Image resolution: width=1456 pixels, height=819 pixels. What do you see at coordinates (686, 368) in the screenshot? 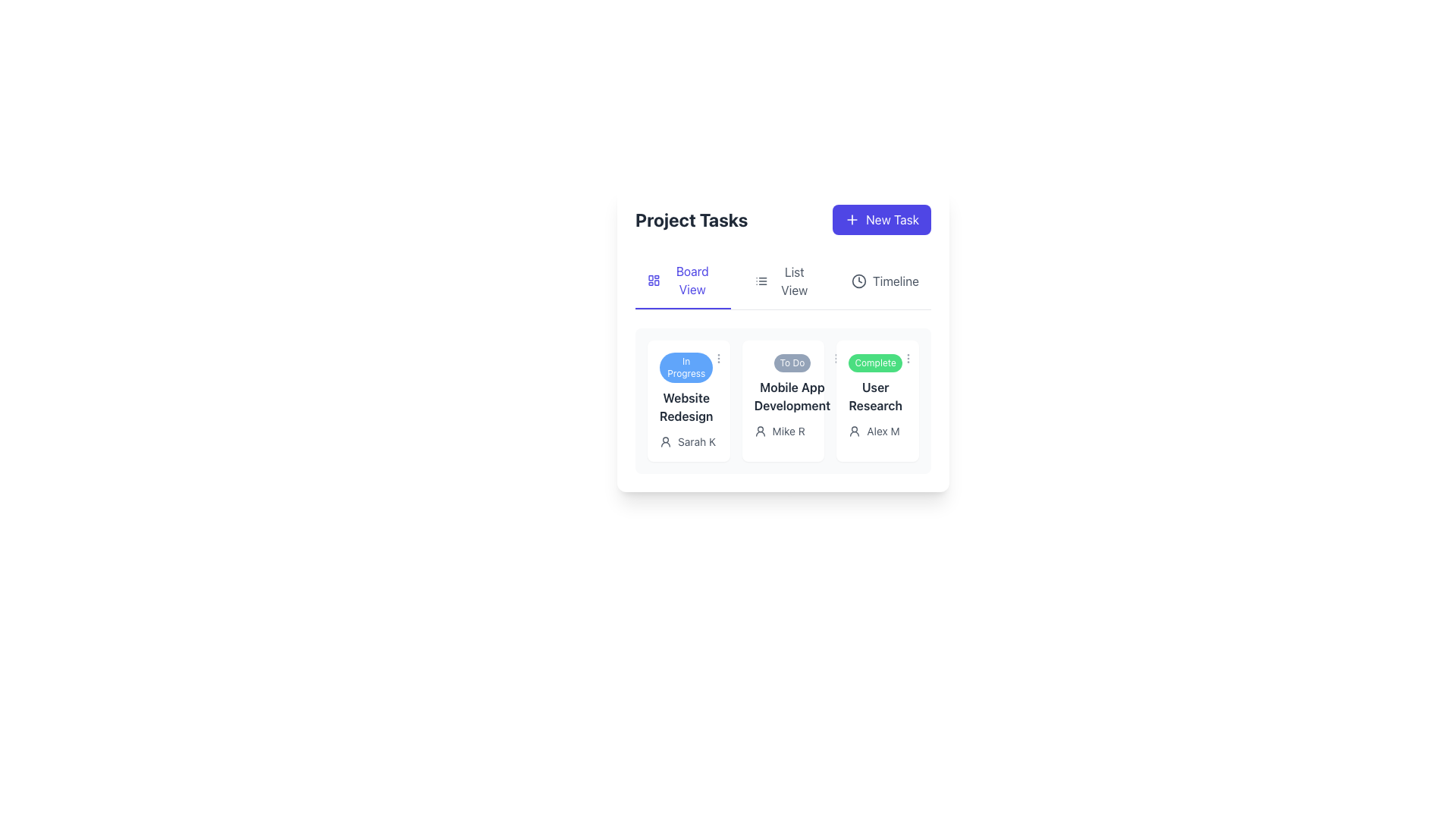
I see `status text from the badge indicating the current status of the project 'Website Redesign', which is located at the top section of the first project card in the 'Board View'` at bounding box center [686, 368].